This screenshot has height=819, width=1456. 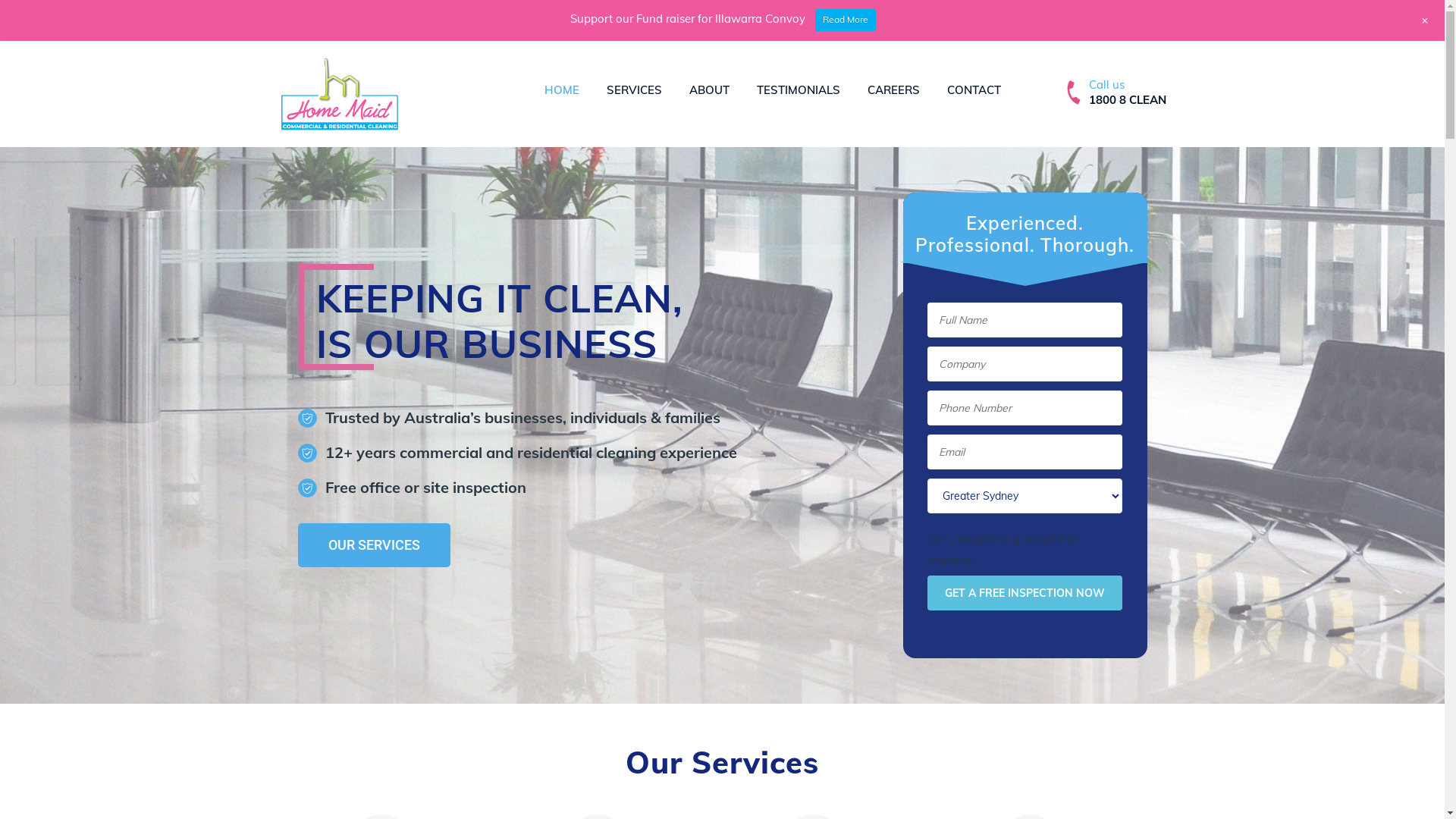 What do you see at coordinates (373, 544) in the screenshot?
I see `'OUR SERVICES'` at bounding box center [373, 544].